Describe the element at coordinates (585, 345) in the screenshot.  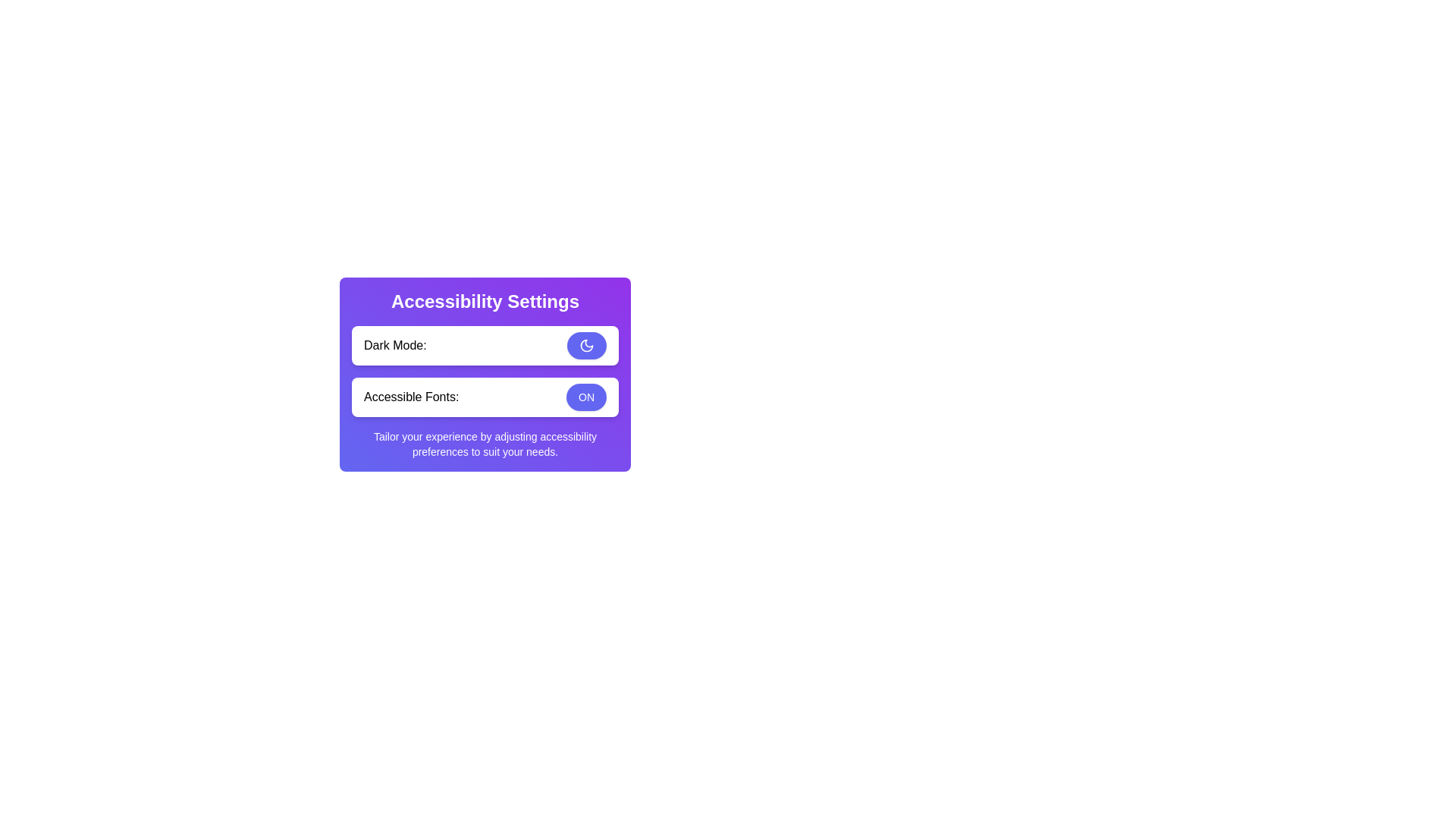
I see `the circular blue button with a white moon icon for the 'Dark Mode' feature` at that location.